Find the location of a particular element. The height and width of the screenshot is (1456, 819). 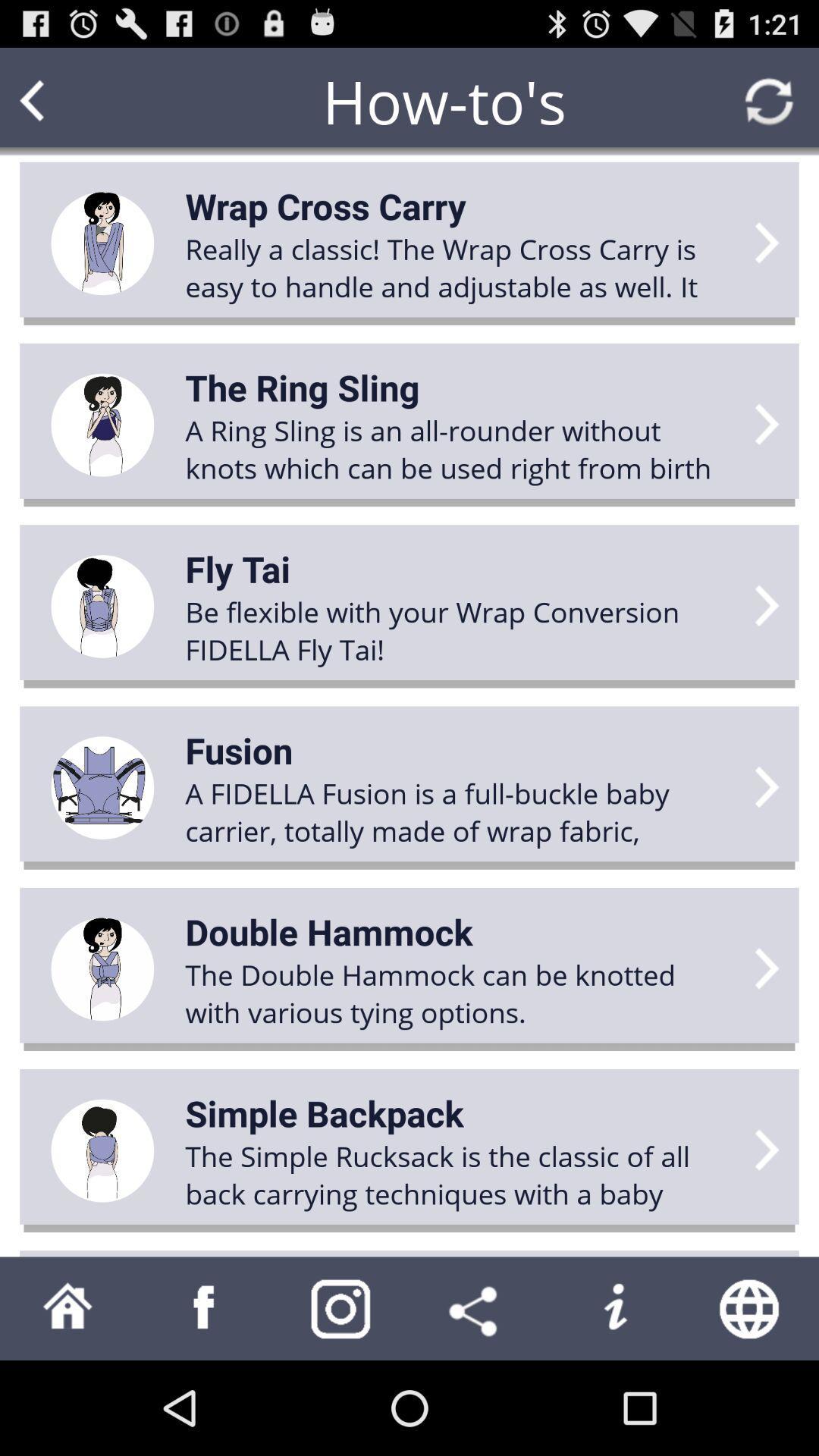

share how-to 's is located at coordinates (476, 1307).